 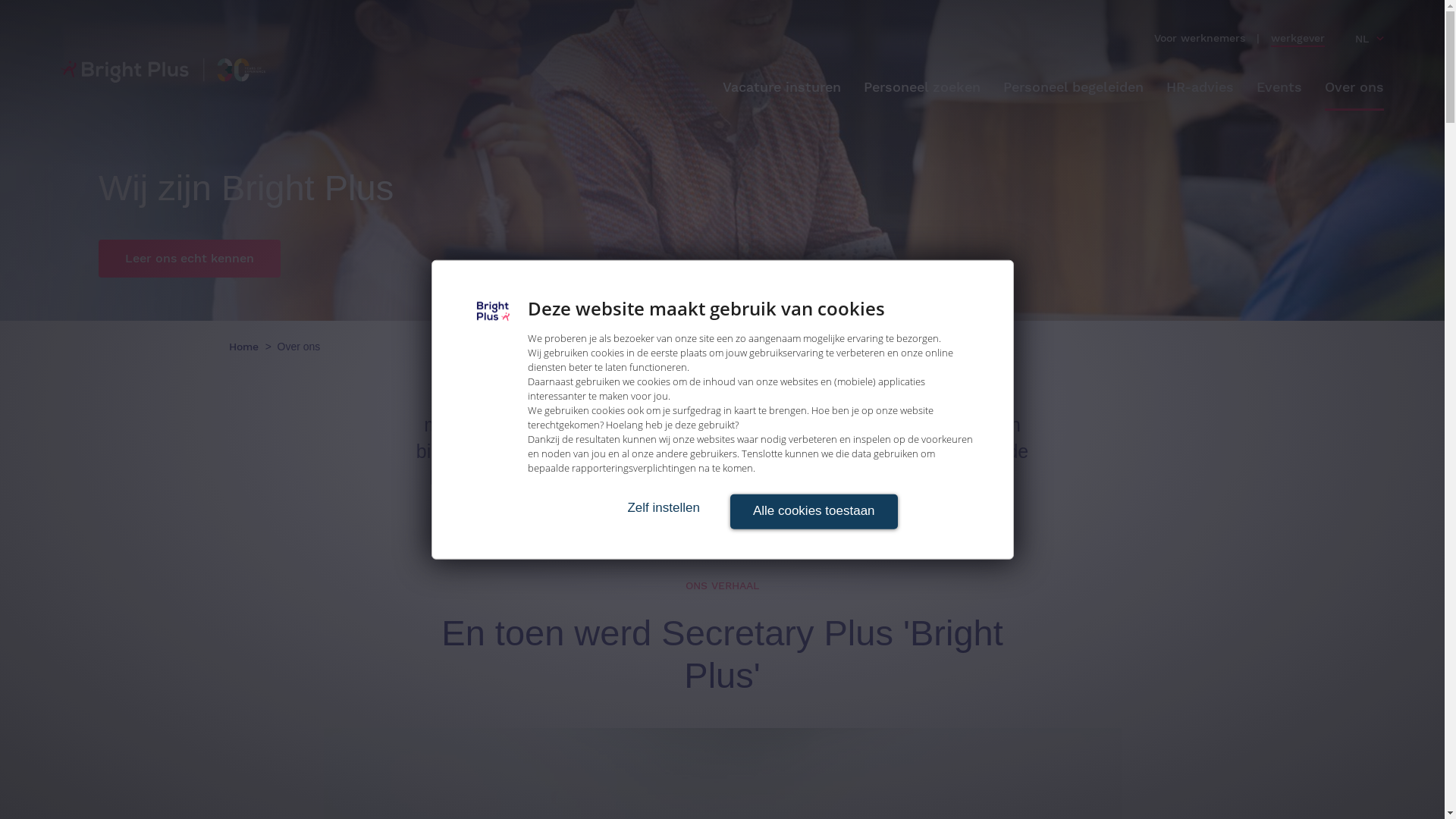 I want to click on 'werknemers', so click(x=1212, y=37).